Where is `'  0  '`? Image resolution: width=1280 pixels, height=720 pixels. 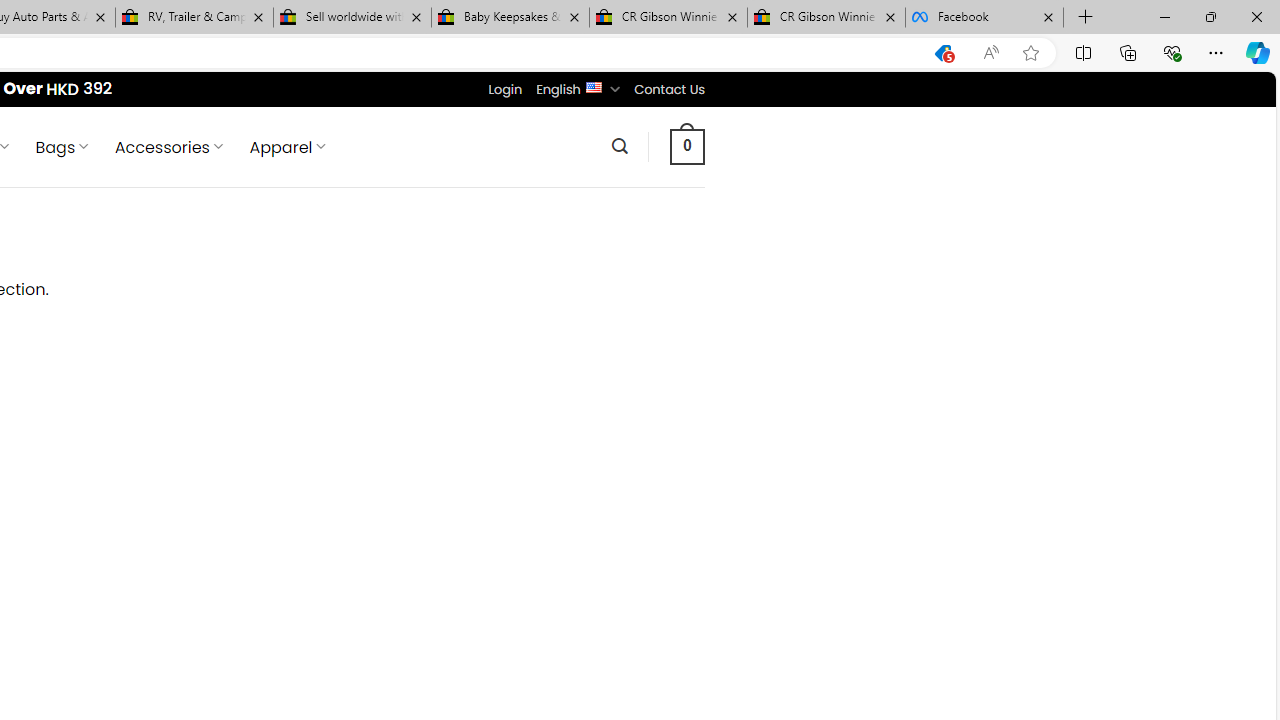 '  0  ' is located at coordinates (688, 145).